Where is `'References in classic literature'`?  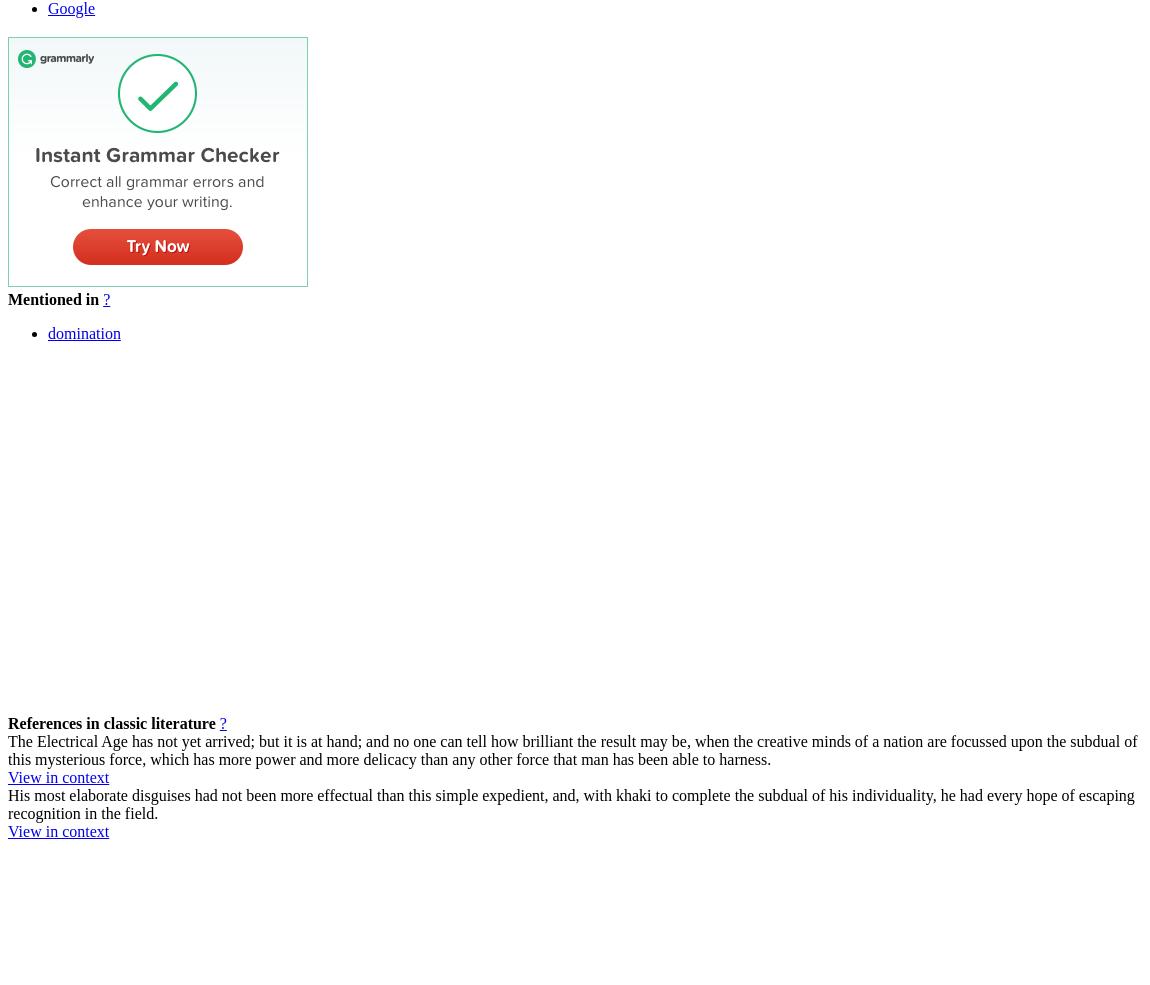
'References in classic literature' is located at coordinates (110, 722).